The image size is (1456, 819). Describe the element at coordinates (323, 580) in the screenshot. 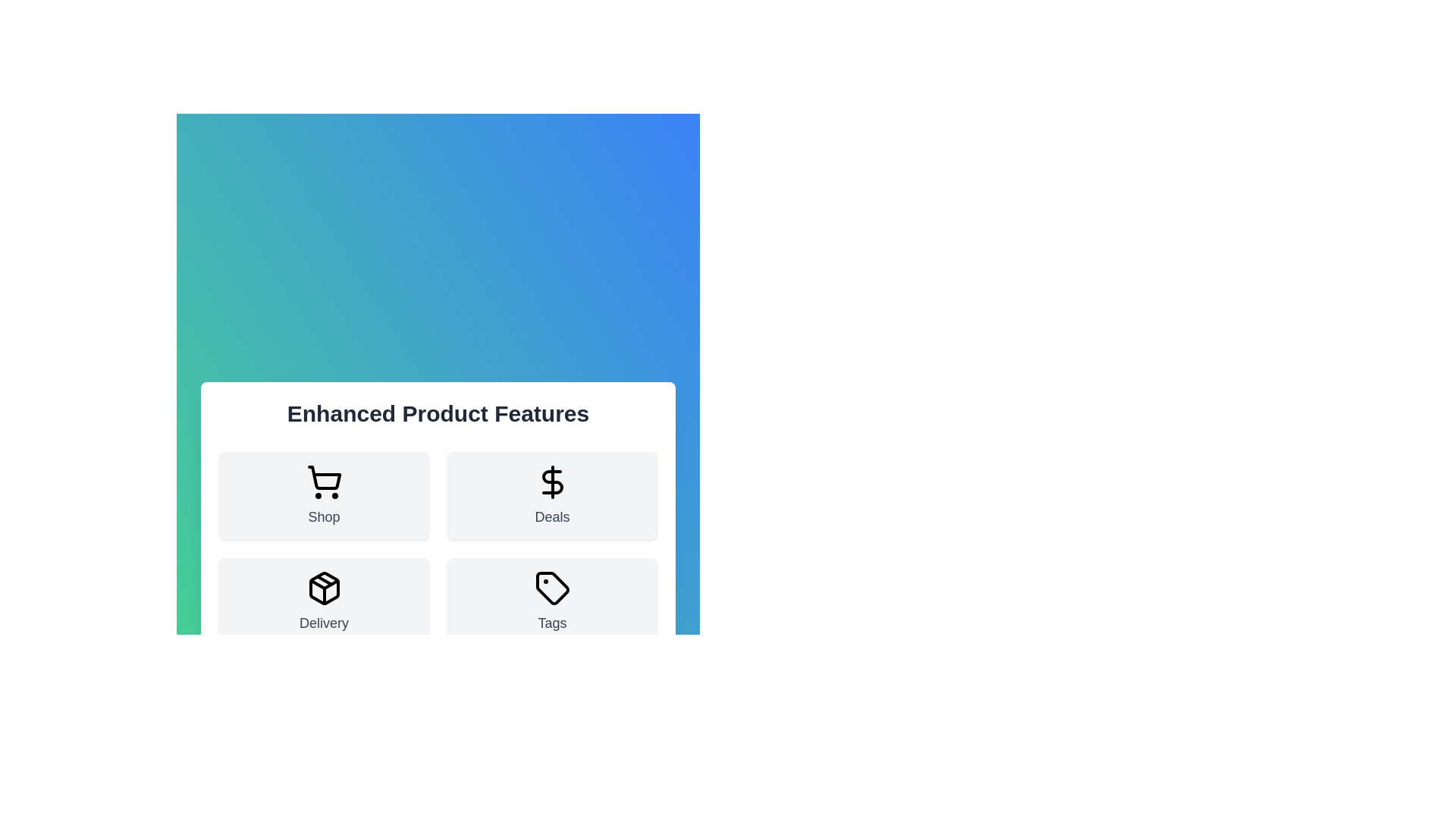

I see `the vector graphic component that represents a line segment in the bottom-left section of the four-icon grid under 'Enhanced Product Features'` at that location.